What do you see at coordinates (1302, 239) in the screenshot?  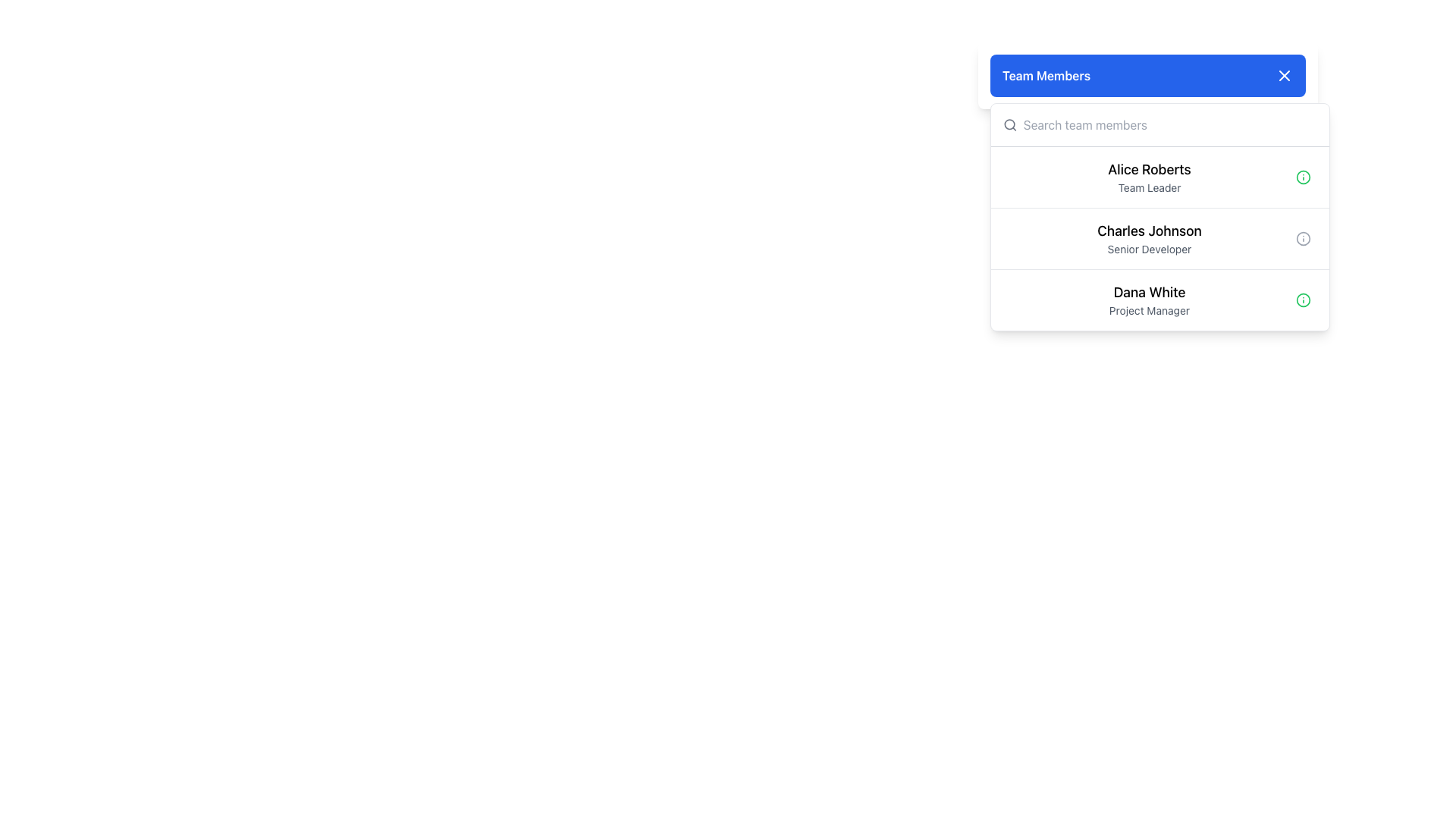 I see `the circular icon representing the status of team member 'Charles Johnson' located in the middle card of the three-member list in the modal window` at bounding box center [1302, 239].